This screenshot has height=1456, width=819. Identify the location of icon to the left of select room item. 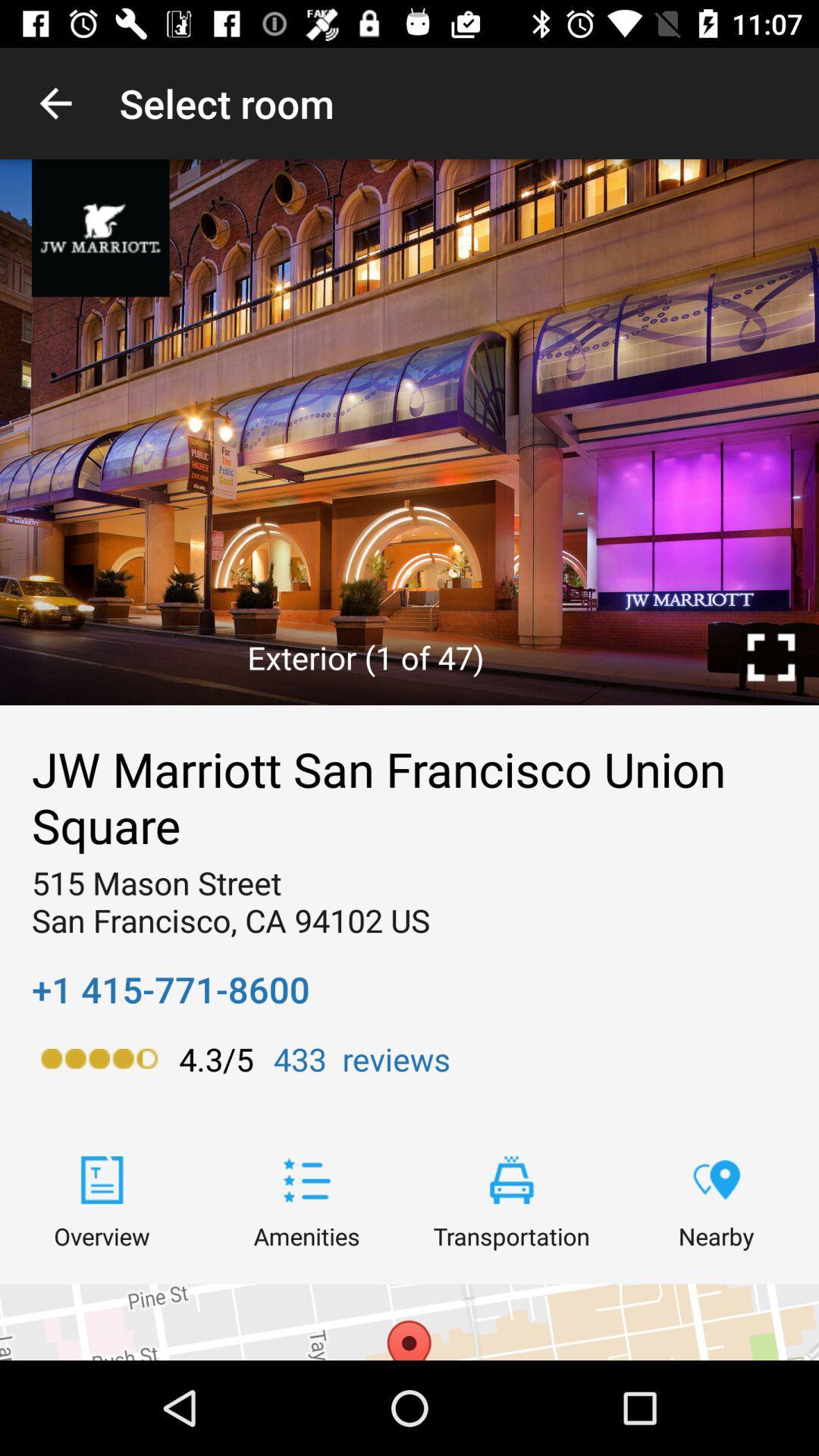
(55, 102).